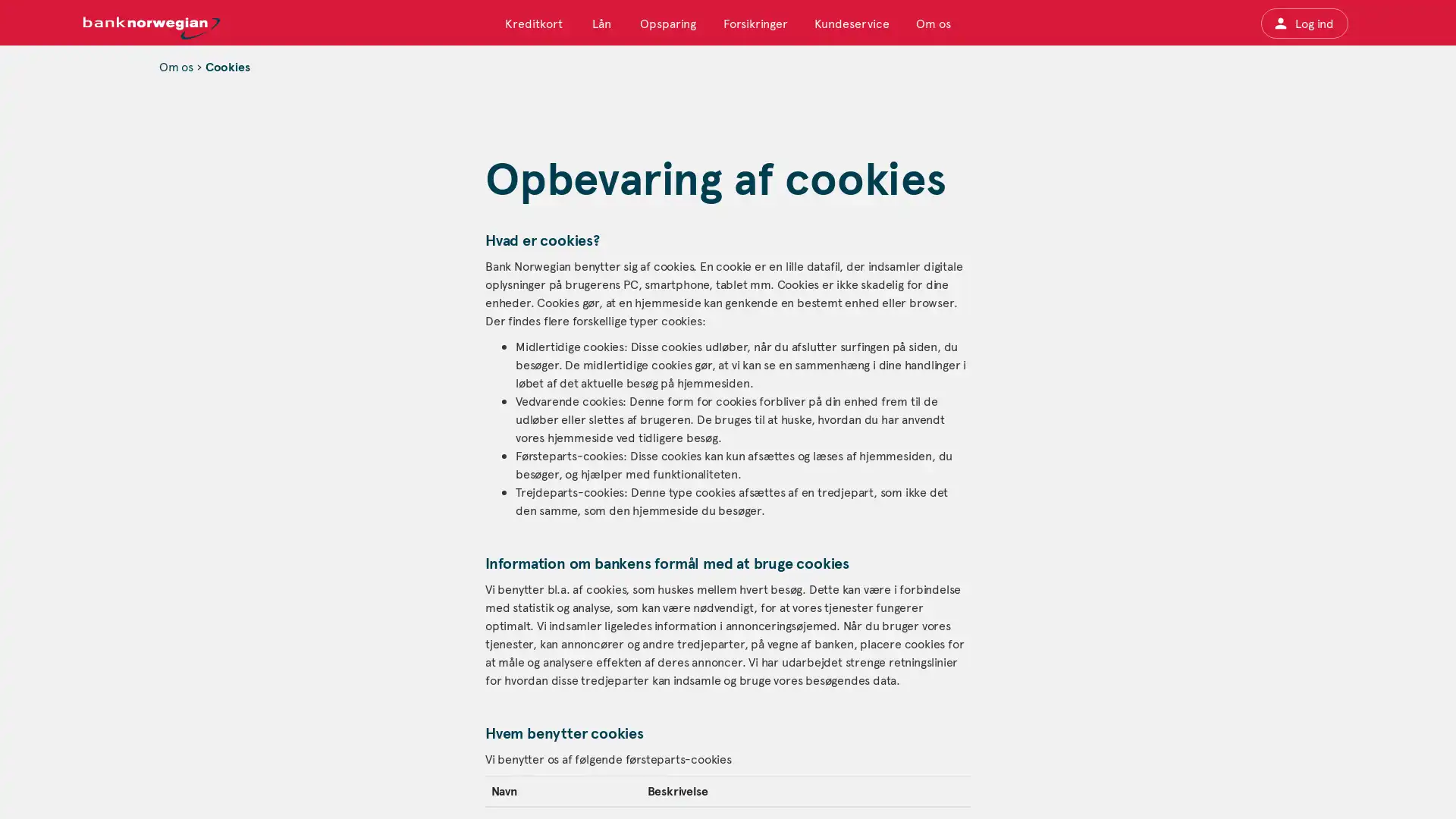  I want to click on Om os, so click(931, 23).